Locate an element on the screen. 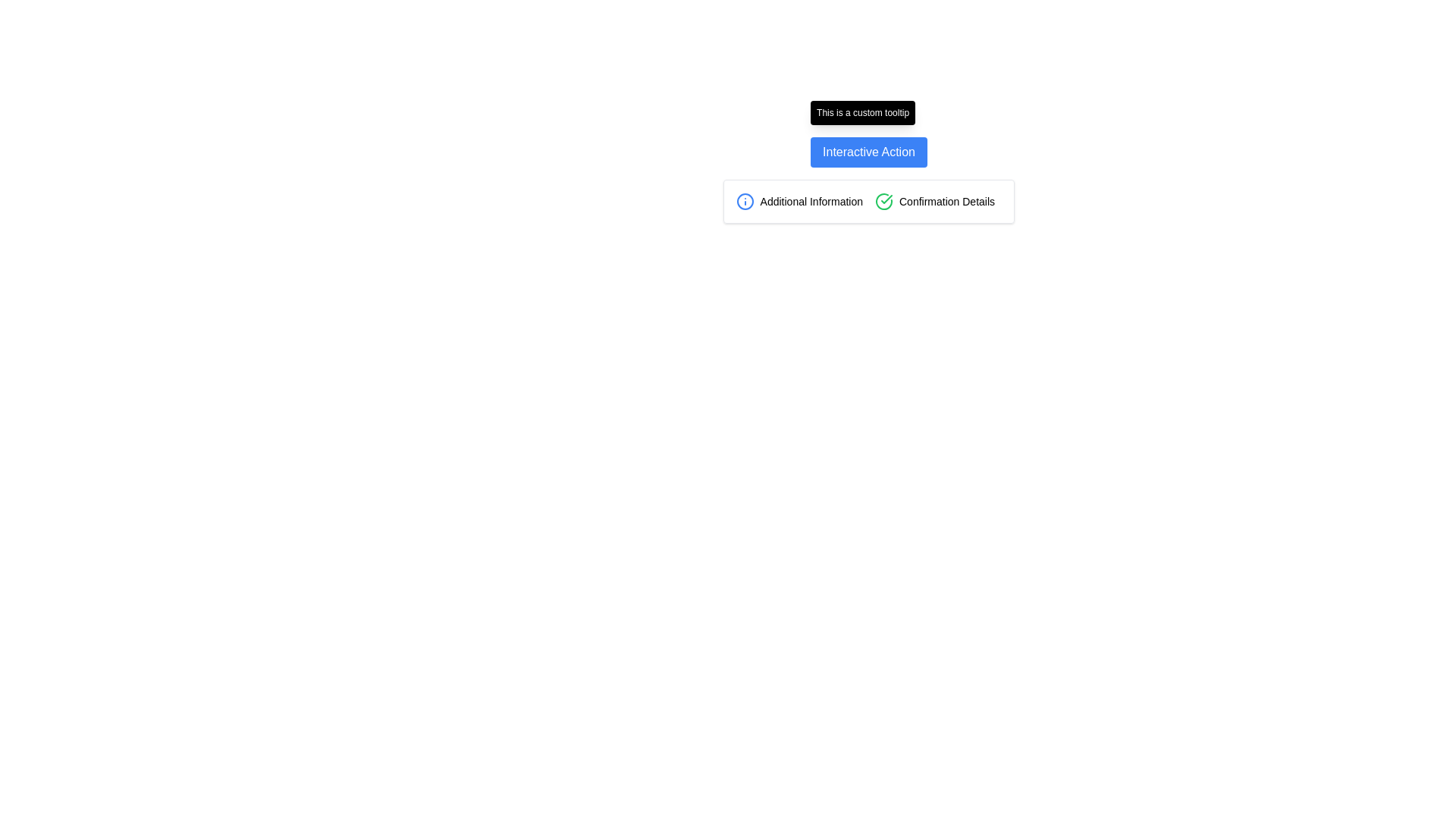 The width and height of the screenshot is (1456, 819). the informational label that consists of an icon resembling a blue circled lowercase 'i' and the text 'Additional Information', positioned in the first column of a two-column grid layout is located at coordinates (799, 201).